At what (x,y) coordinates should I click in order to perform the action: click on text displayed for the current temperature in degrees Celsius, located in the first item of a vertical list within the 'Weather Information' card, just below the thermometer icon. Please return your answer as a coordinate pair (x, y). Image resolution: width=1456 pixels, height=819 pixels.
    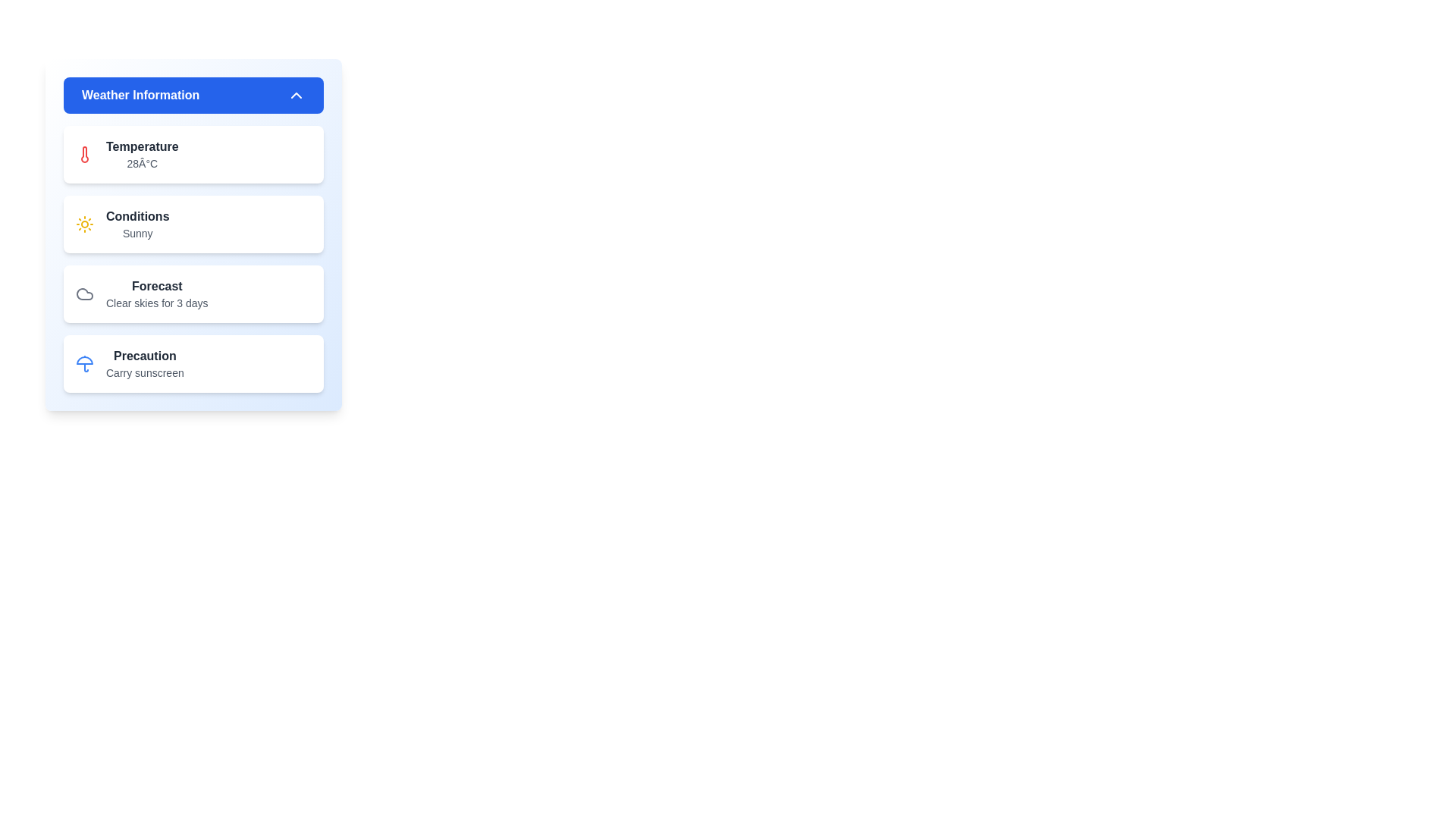
    Looking at the image, I should click on (142, 155).